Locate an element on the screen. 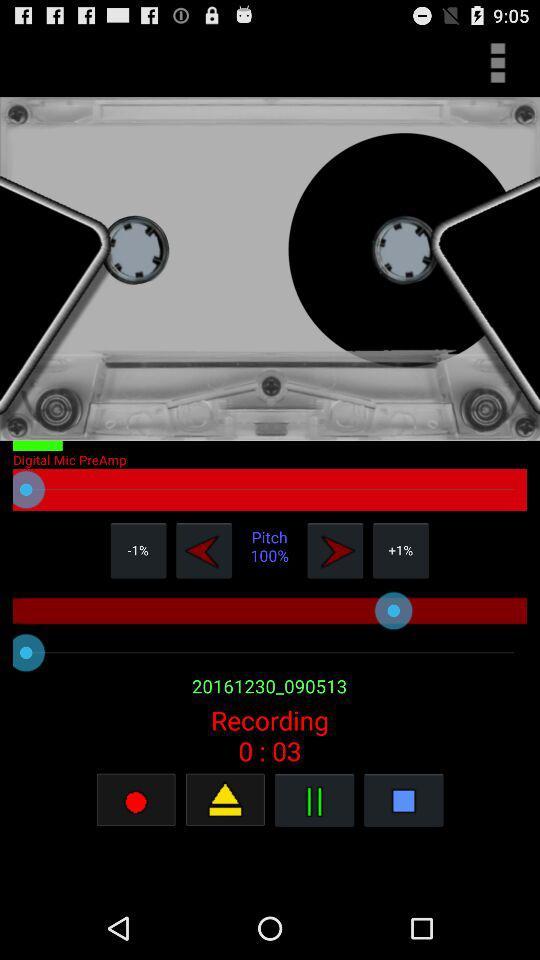 The image size is (540, 960). open main menu is located at coordinates (496, 62).